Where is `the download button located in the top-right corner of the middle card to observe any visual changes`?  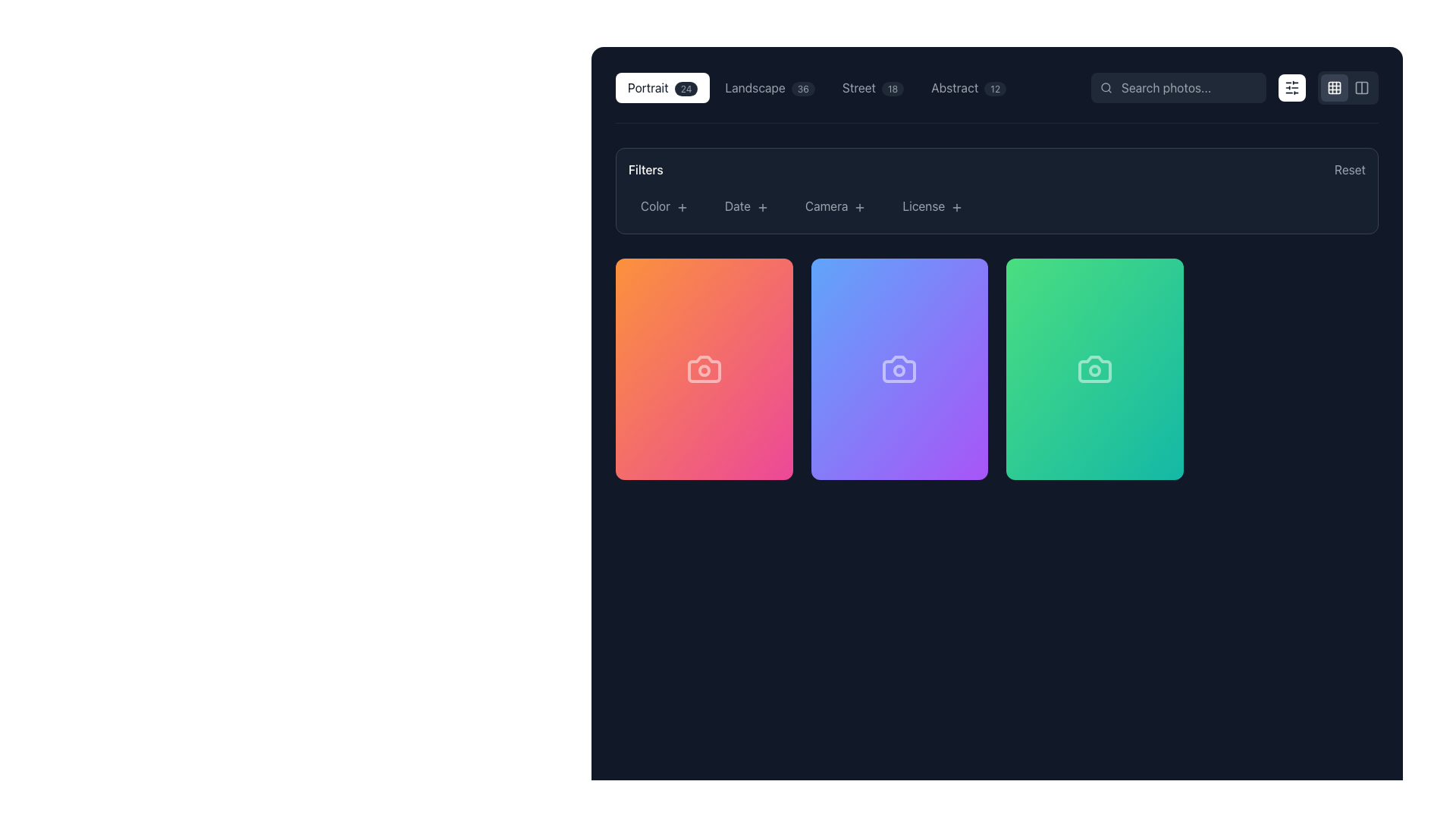
the download button located in the top-right corner of the middle card to observe any visual changes is located at coordinates (963, 283).